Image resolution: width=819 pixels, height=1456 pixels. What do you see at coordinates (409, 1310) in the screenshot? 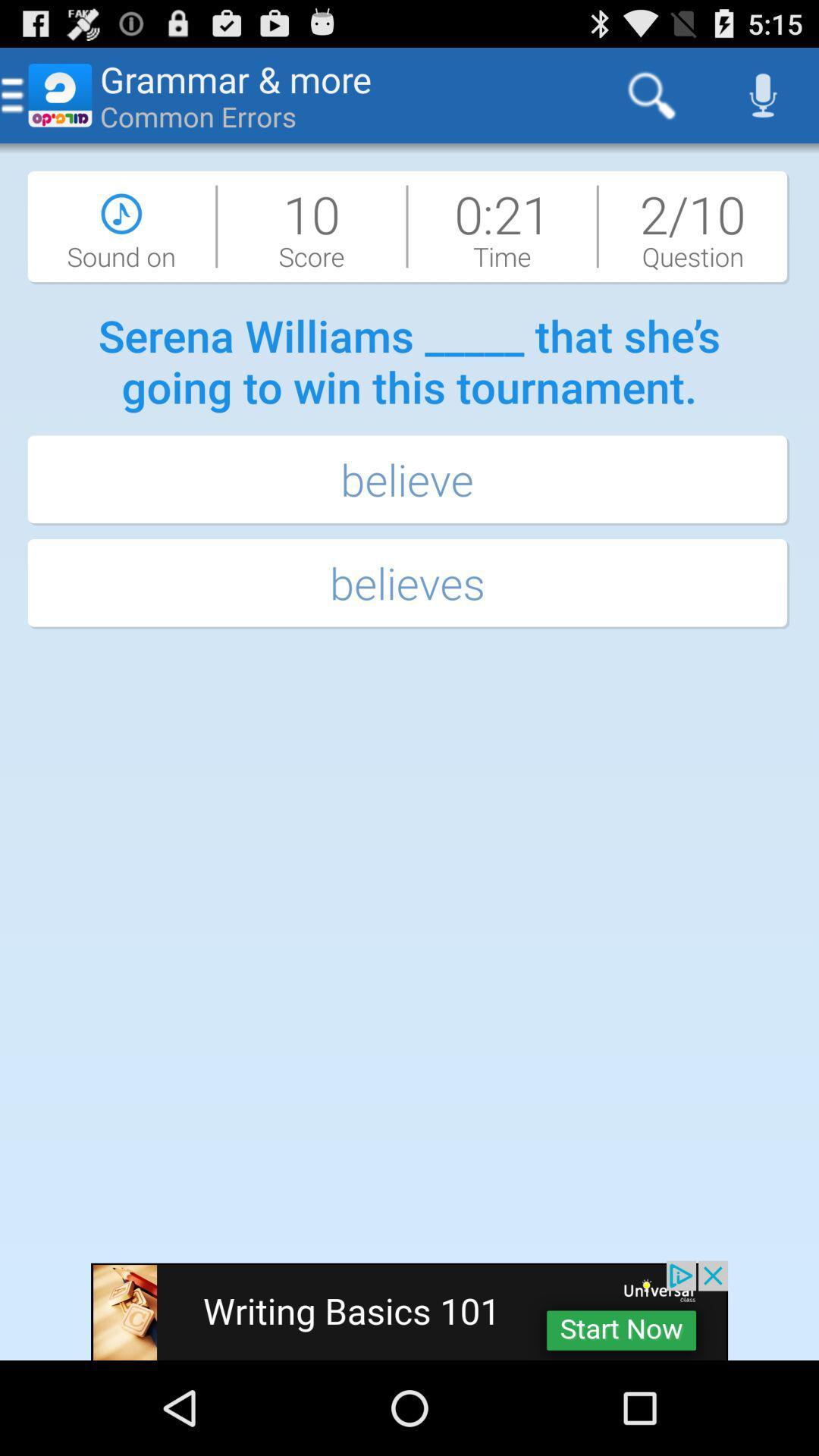
I see `open advertisement` at bounding box center [409, 1310].